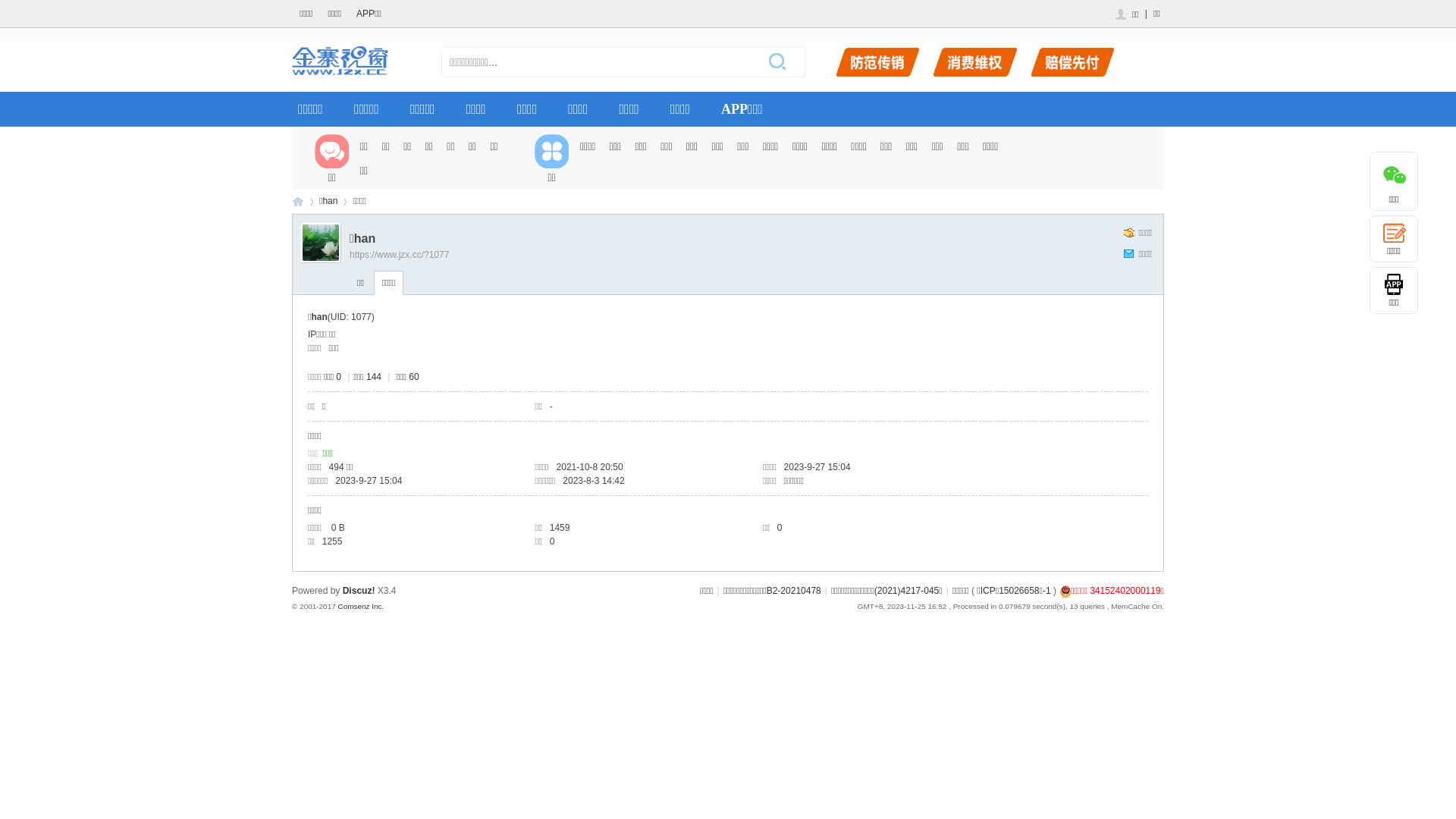 This screenshot has height=819, width=1456. What do you see at coordinates (348, 253) in the screenshot?
I see `'https://www.jzx.cc/?1077'` at bounding box center [348, 253].